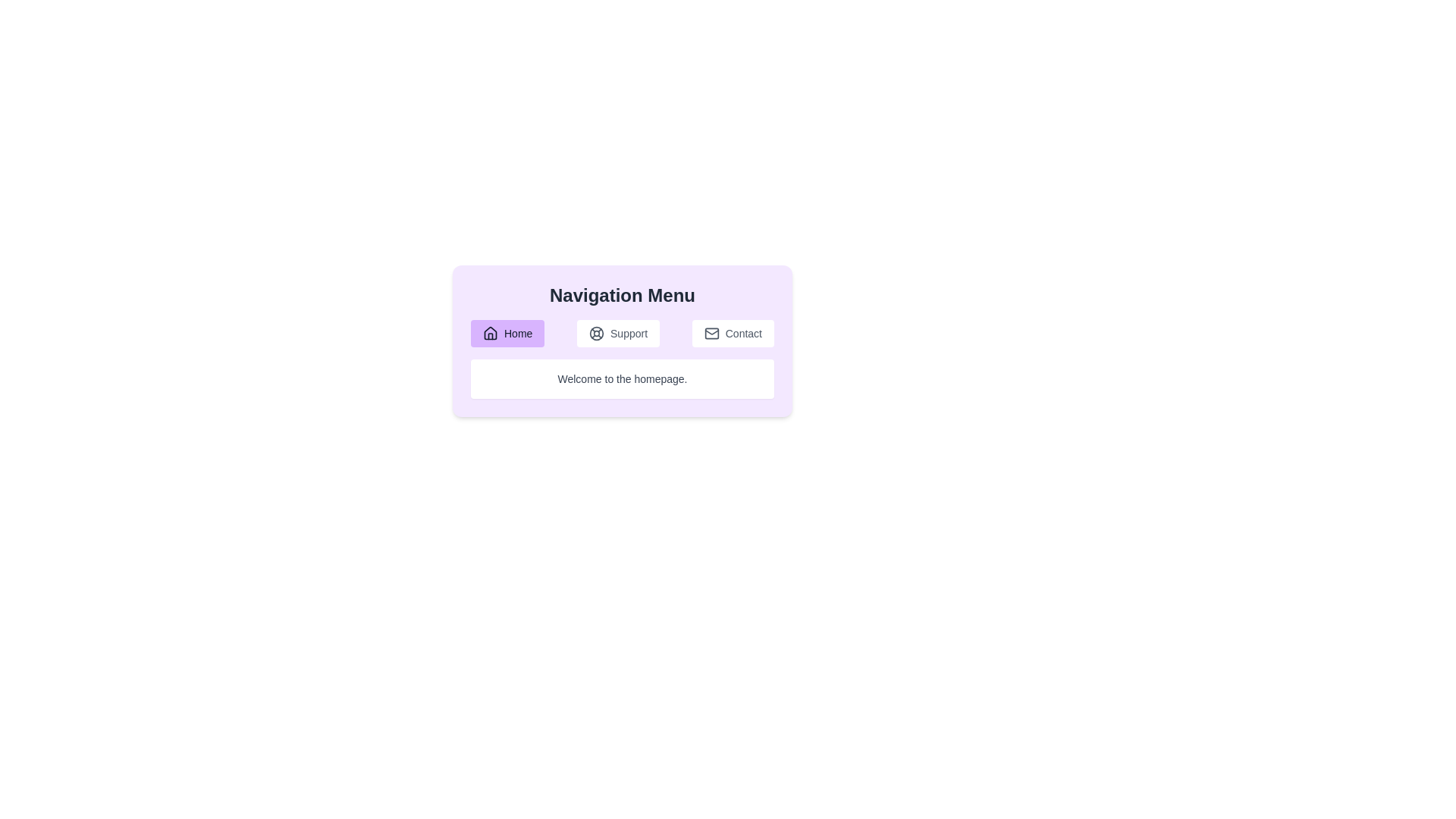 The height and width of the screenshot is (819, 1456). I want to click on the house-shaped icon with a minimalistic outline located on the left side of the 'Home' button in the navigation menu, so click(491, 332).